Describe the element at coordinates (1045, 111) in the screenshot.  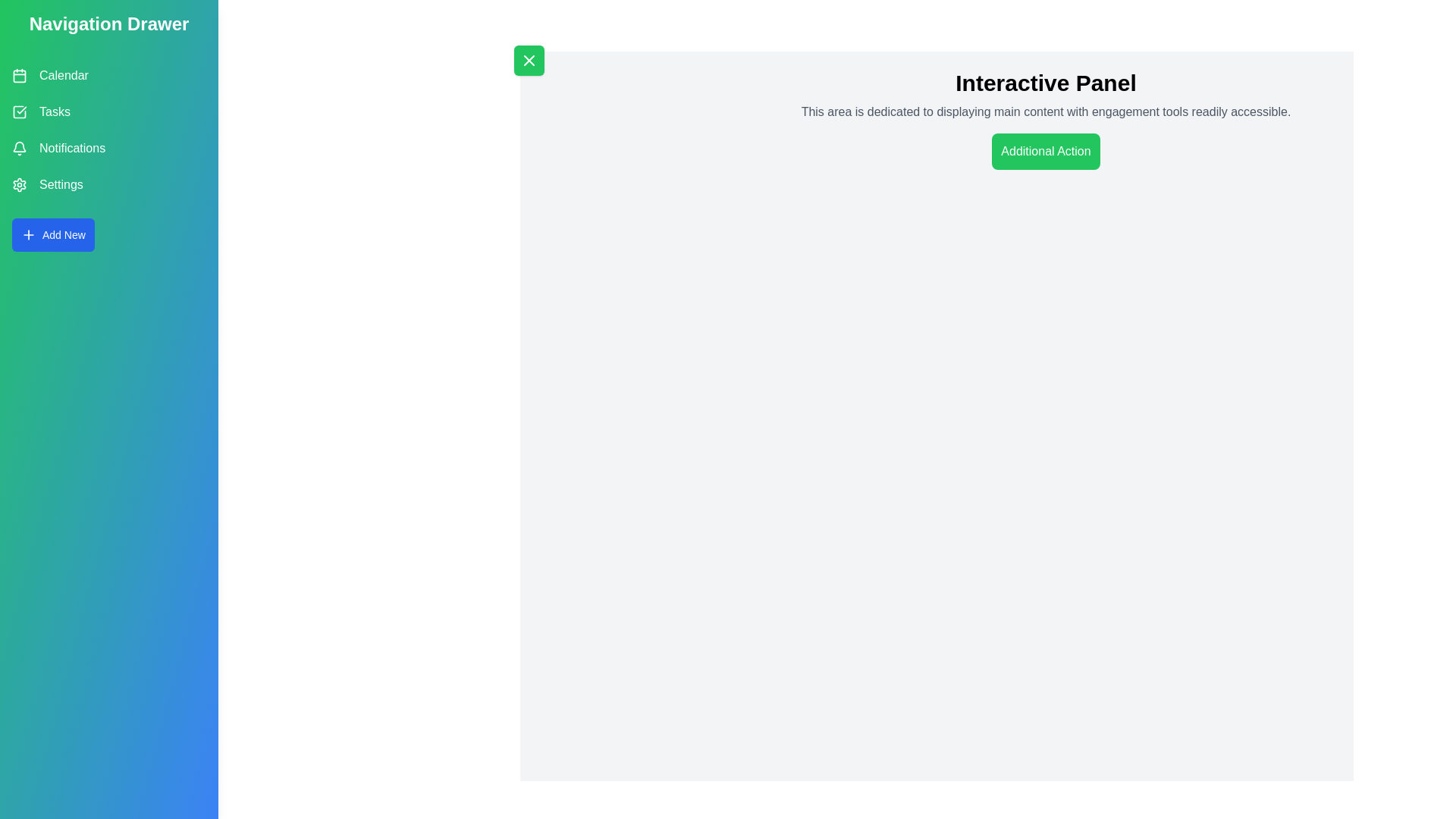
I see `the Text Label that provides descriptive information about the purpose or functionality of the section, positioned between the headline 'Interactive Panel' and the green button 'Additional Action'` at that location.